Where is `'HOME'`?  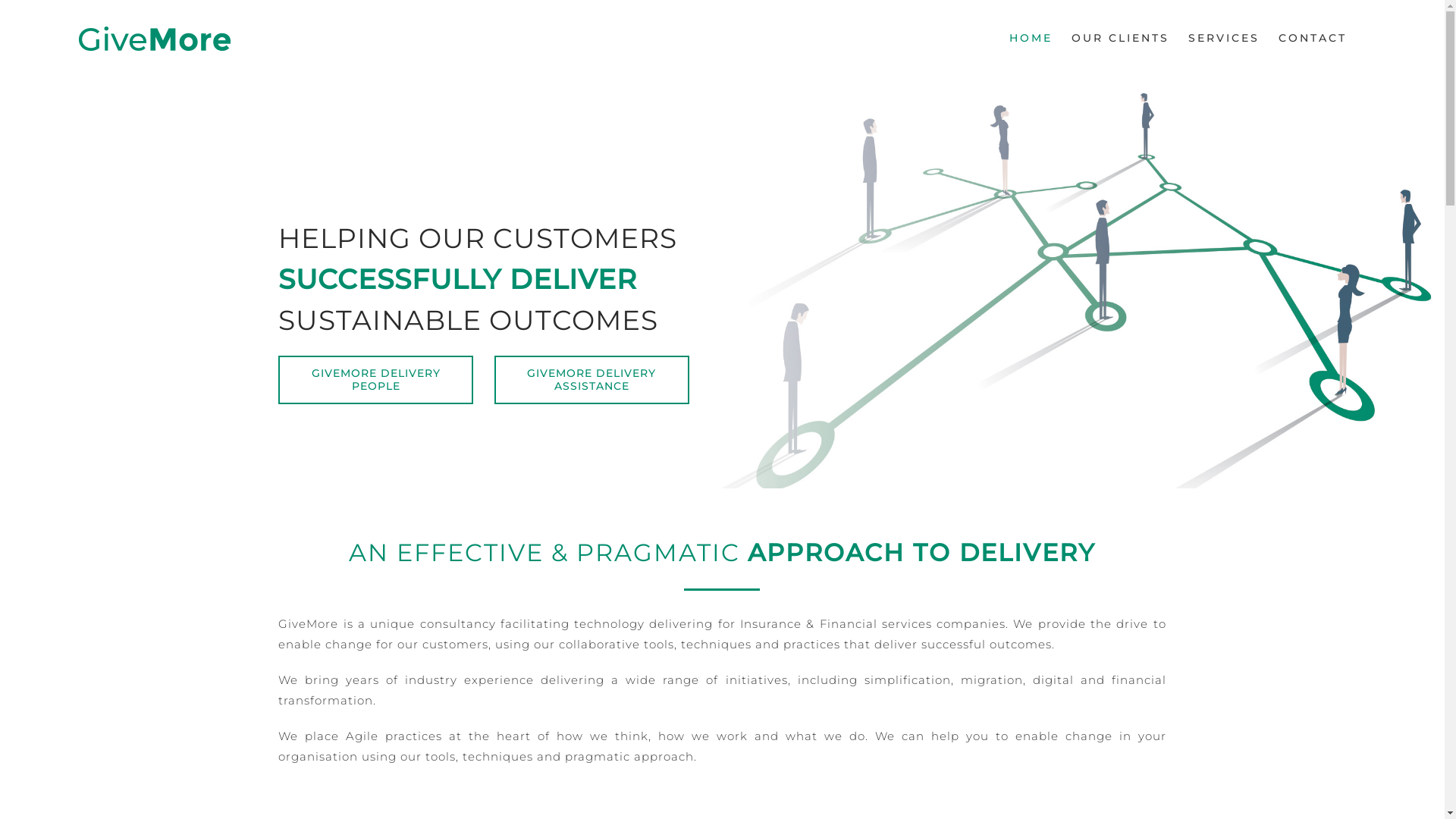
'HOME' is located at coordinates (1031, 36).